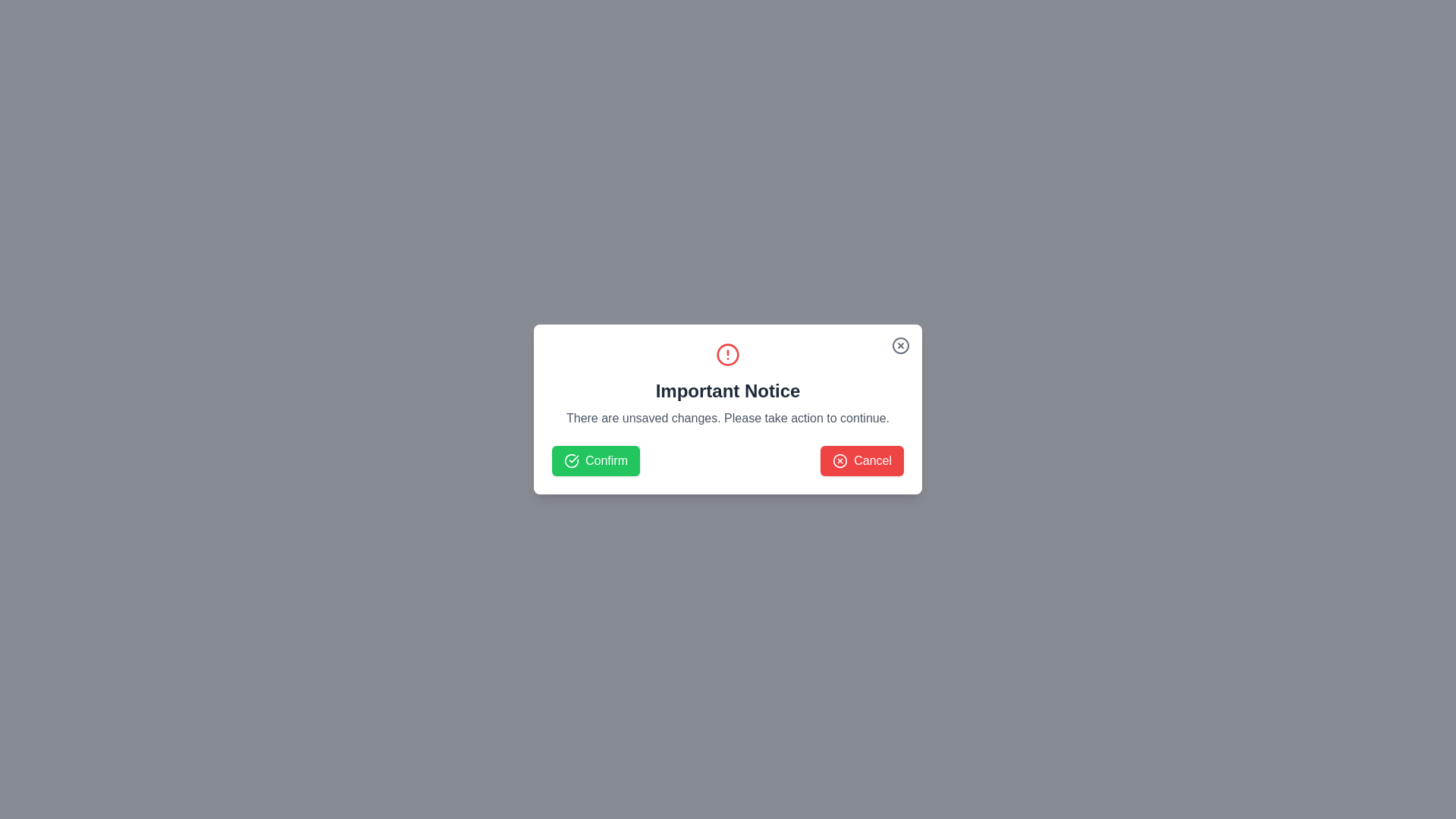 This screenshot has width=1456, height=819. Describe the element at coordinates (607, 460) in the screenshot. I see `the 'Confirm' button, which displays the text label 'Confirm' on a green background, to confirm the action` at that location.